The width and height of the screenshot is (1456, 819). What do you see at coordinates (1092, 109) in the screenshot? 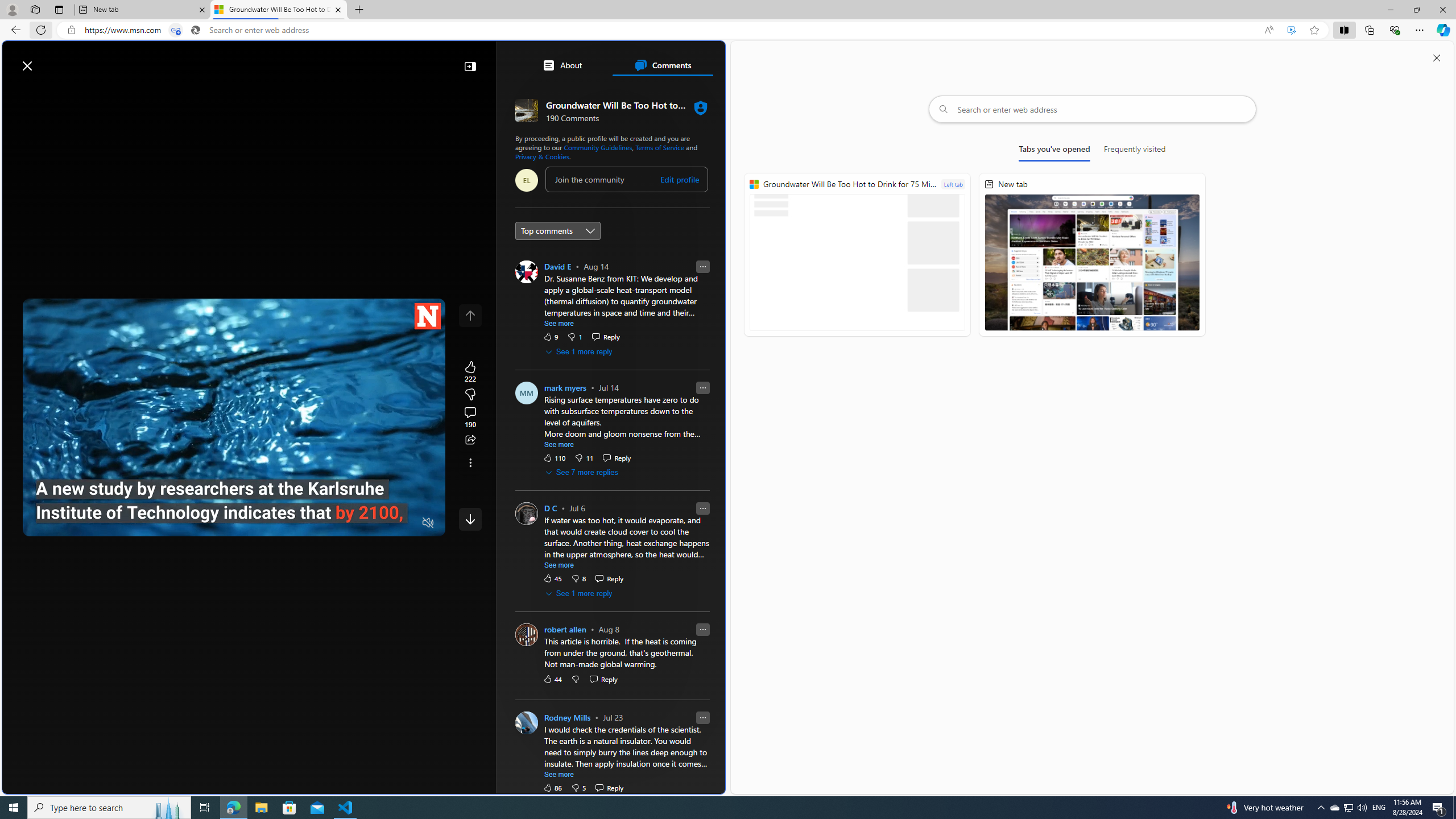
I see `'Search or enter web address'` at bounding box center [1092, 109].